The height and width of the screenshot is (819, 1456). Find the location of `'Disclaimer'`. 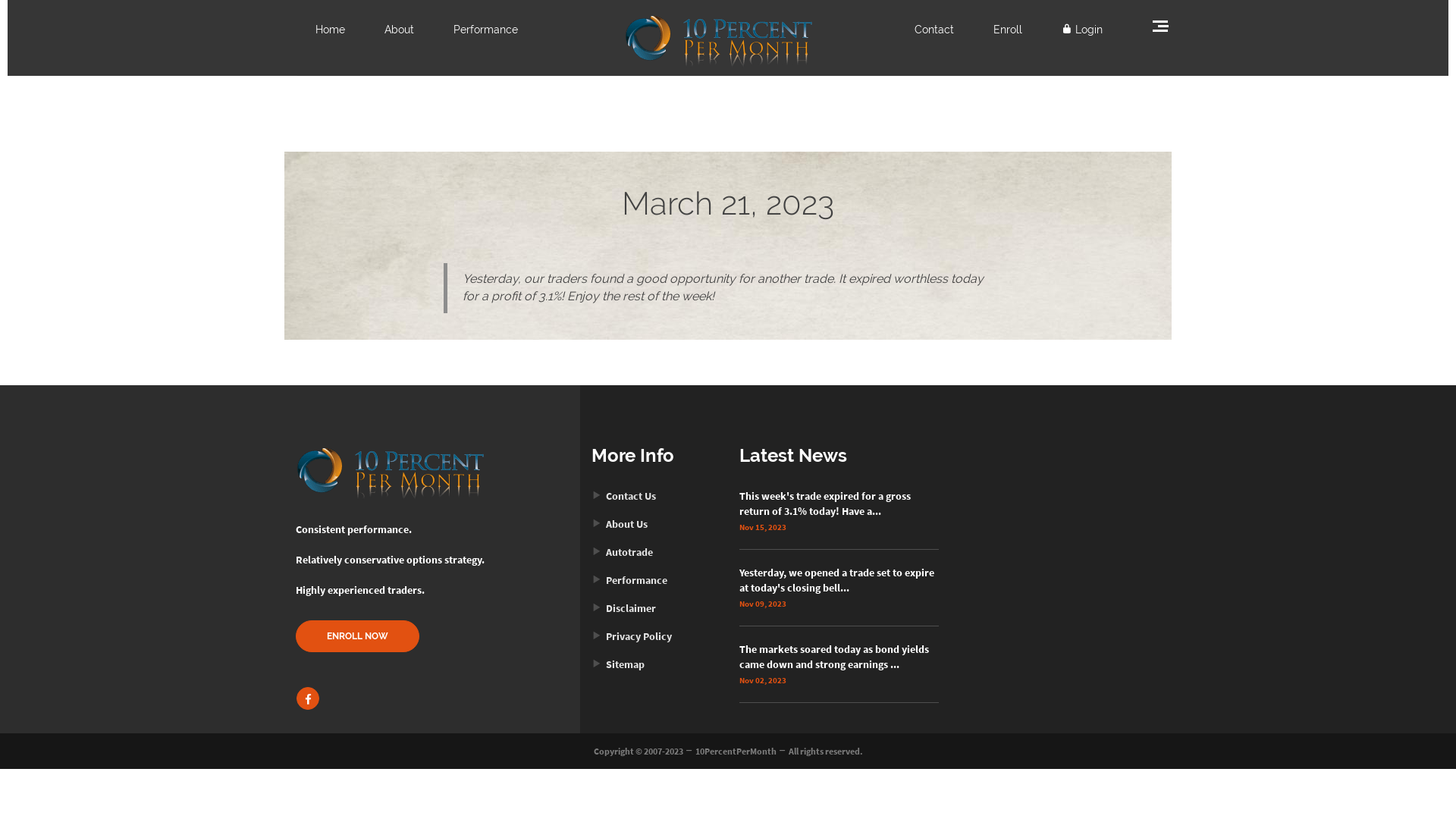

'Disclaimer' is located at coordinates (623, 607).